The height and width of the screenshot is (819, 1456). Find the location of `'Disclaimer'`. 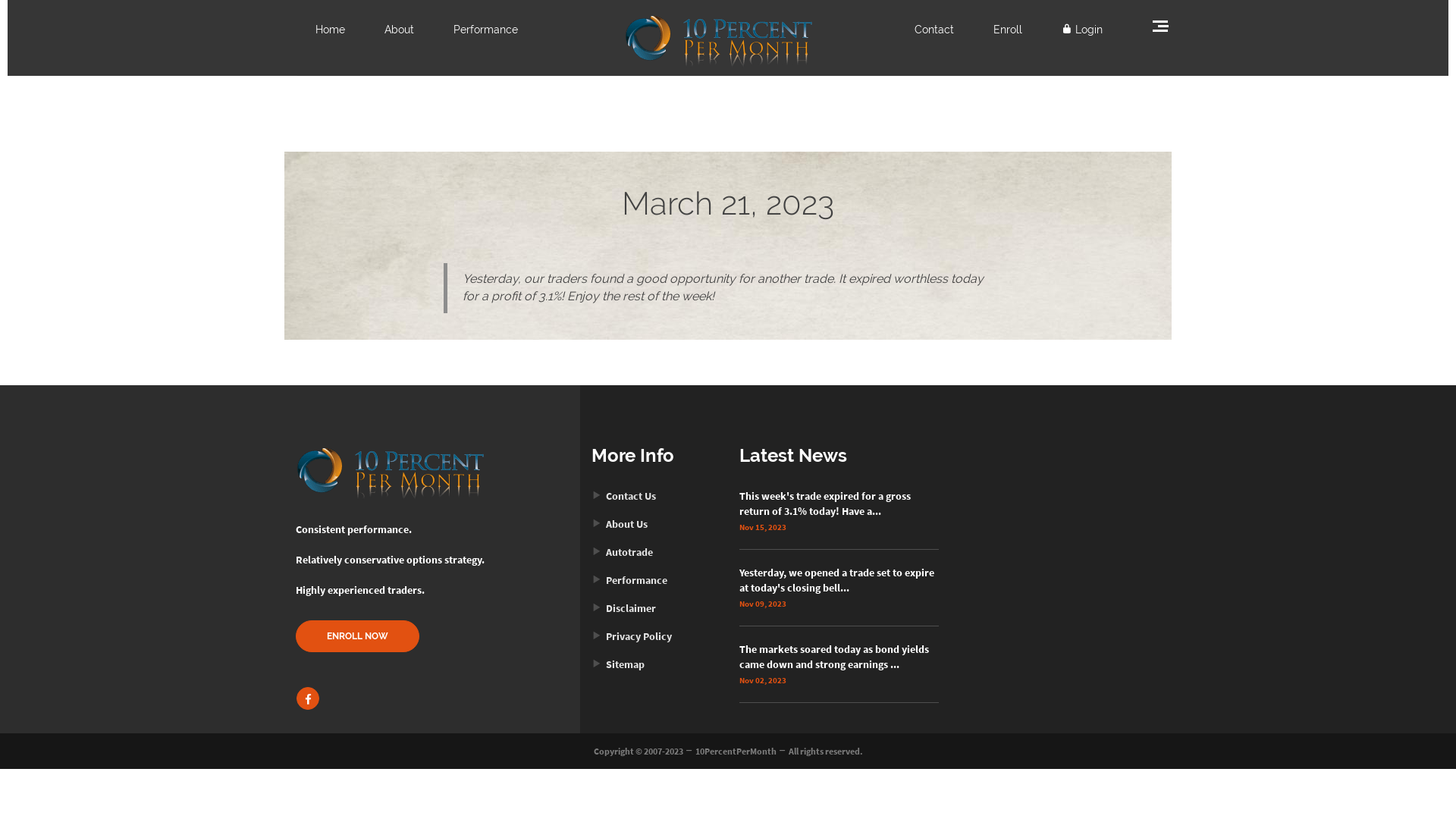

'Disclaimer' is located at coordinates (623, 607).